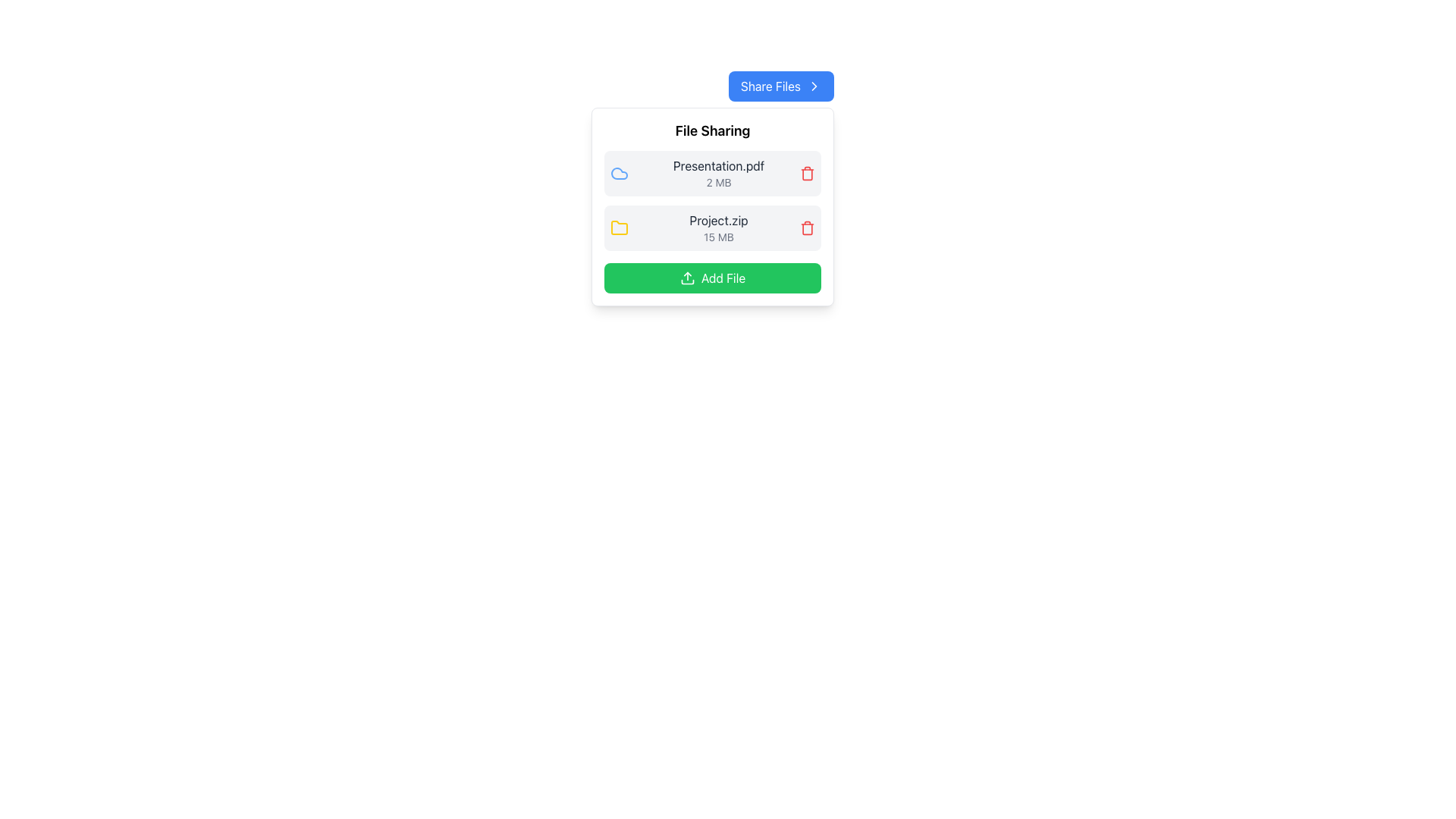 This screenshot has height=819, width=1456. I want to click on the cloud icon that represents the file type, located to the immediate left of 'Presentation.pdf' and '2 MB' in the file sharing interface, so click(620, 172).